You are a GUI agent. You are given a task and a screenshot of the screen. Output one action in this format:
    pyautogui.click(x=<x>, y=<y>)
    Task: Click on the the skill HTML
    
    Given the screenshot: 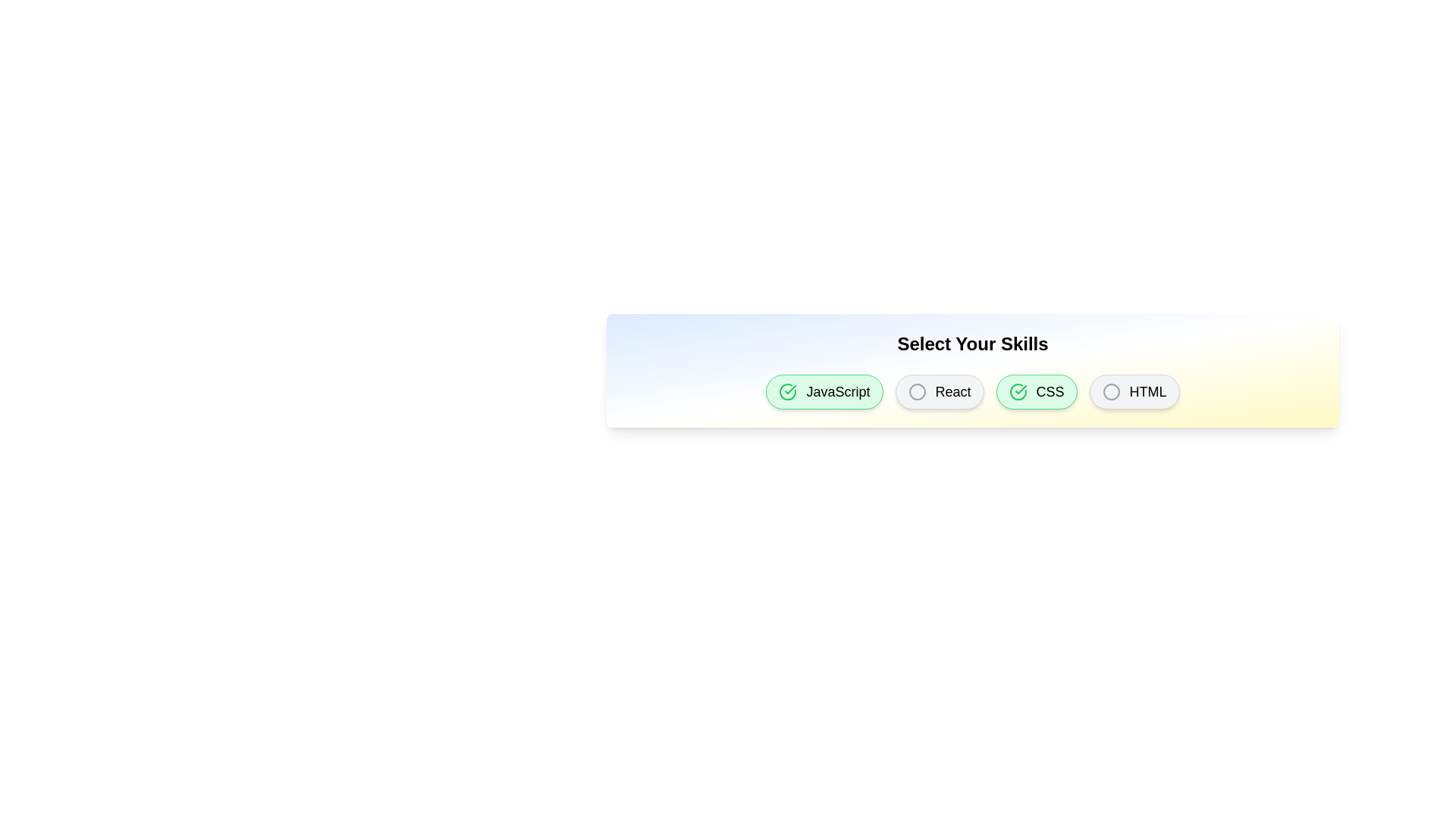 What is the action you would take?
    pyautogui.click(x=1134, y=391)
    